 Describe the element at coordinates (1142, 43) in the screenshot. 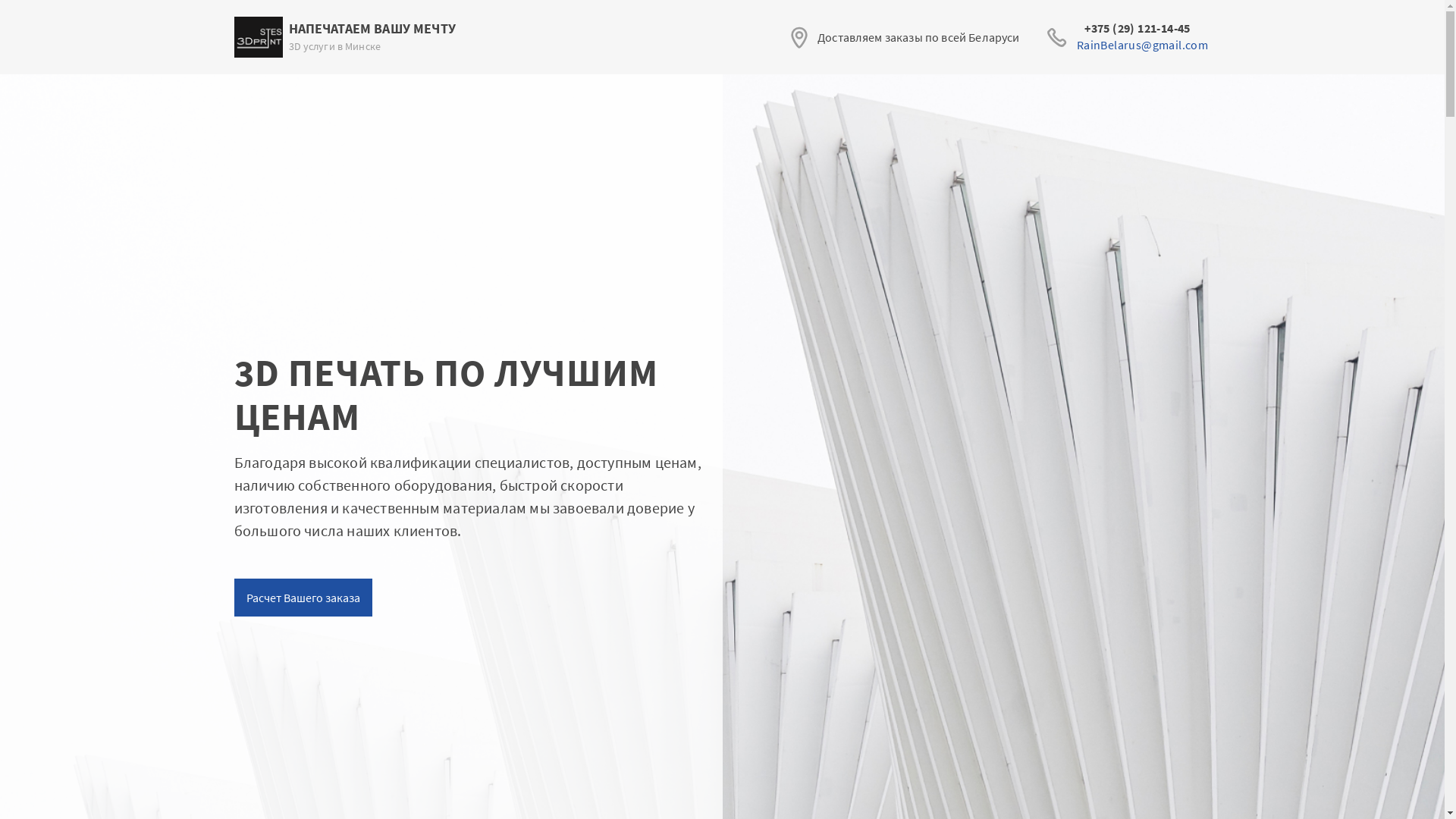

I see `'RainBelarus@gmail.com'` at that location.